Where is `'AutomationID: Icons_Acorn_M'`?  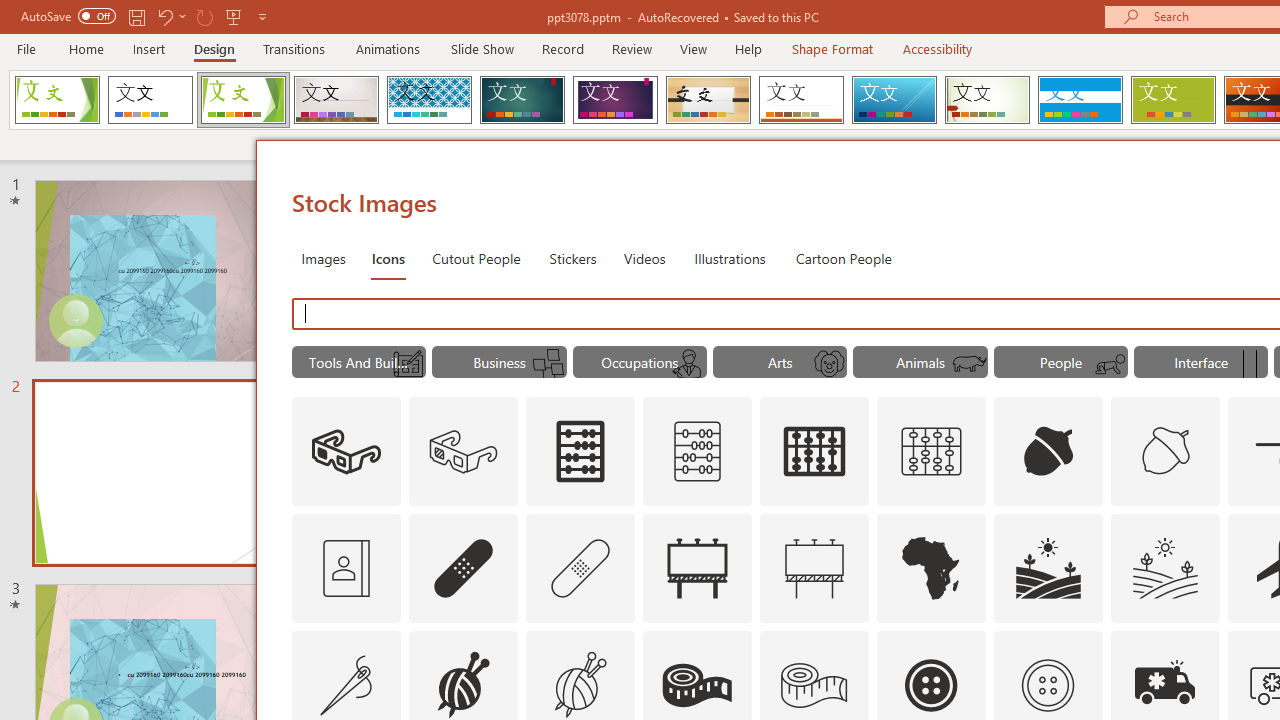
'AutomationID: Icons_Acorn_M' is located at coordinates (1166, 452).